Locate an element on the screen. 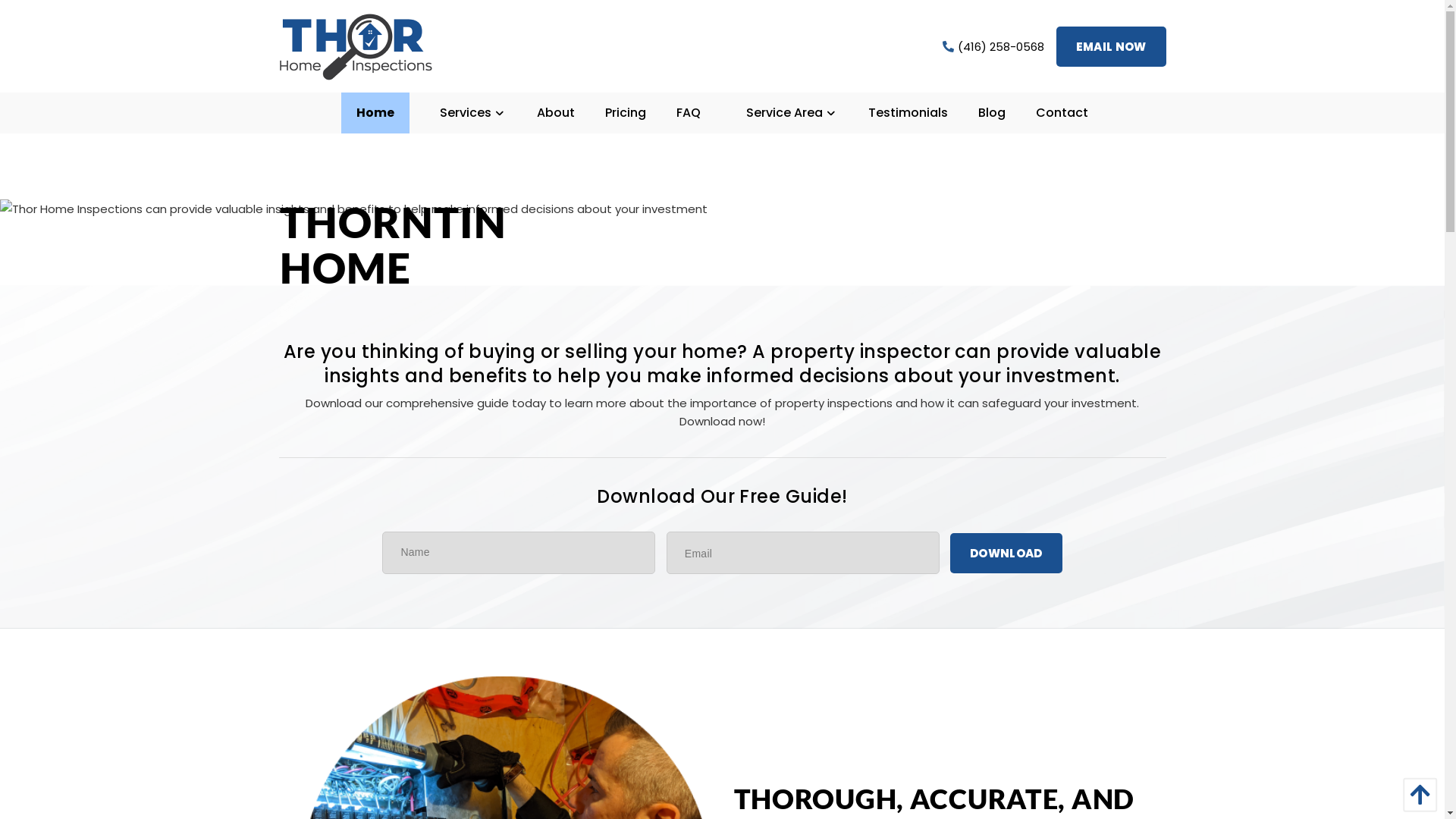  'Blog' is located at coordinates (992, 112).